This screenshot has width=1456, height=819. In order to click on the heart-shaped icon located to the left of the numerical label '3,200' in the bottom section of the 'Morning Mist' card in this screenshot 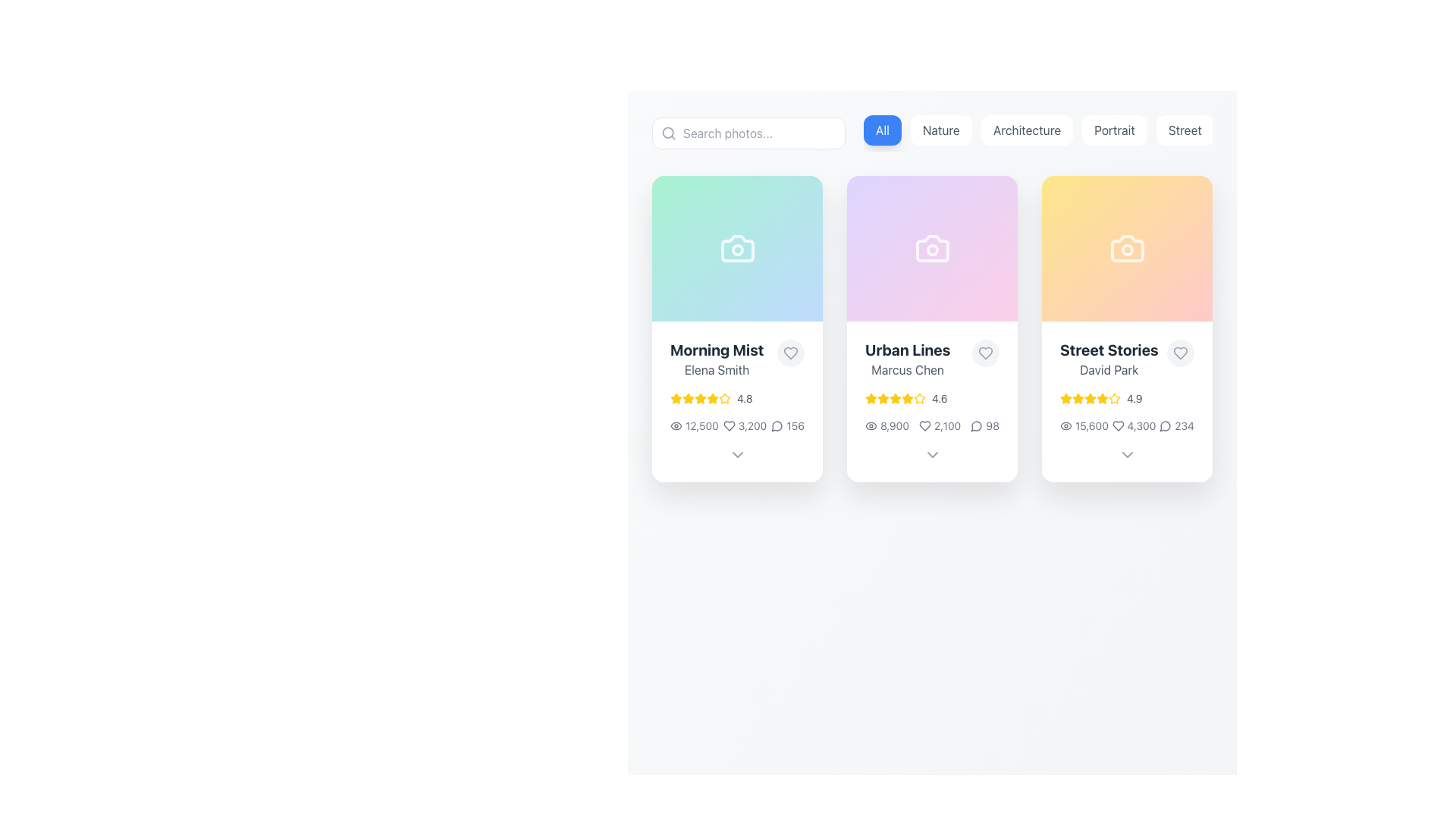, I will do `click(729, 426)`.